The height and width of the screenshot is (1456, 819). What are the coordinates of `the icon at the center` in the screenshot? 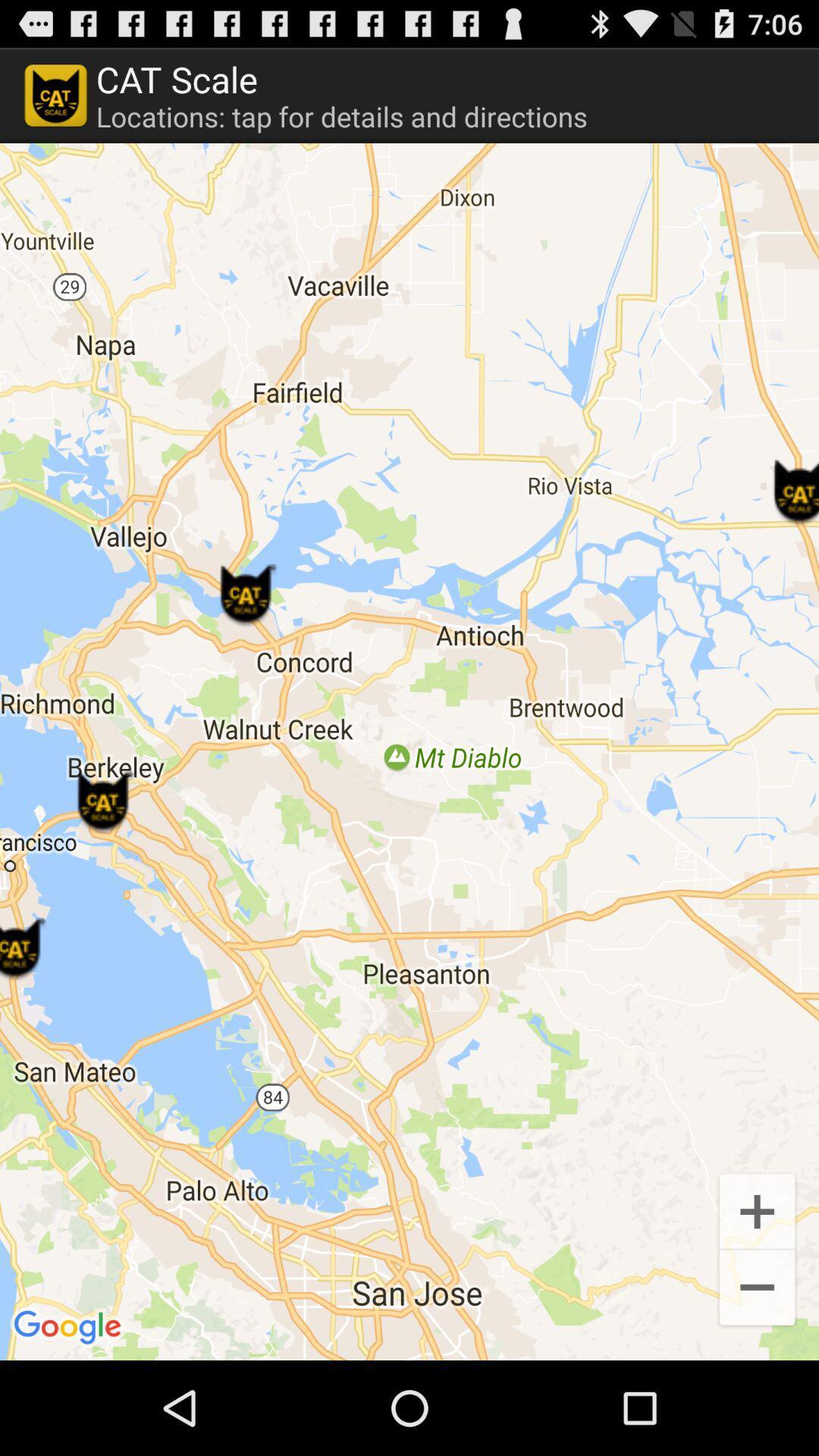 It's located at (409, 752).